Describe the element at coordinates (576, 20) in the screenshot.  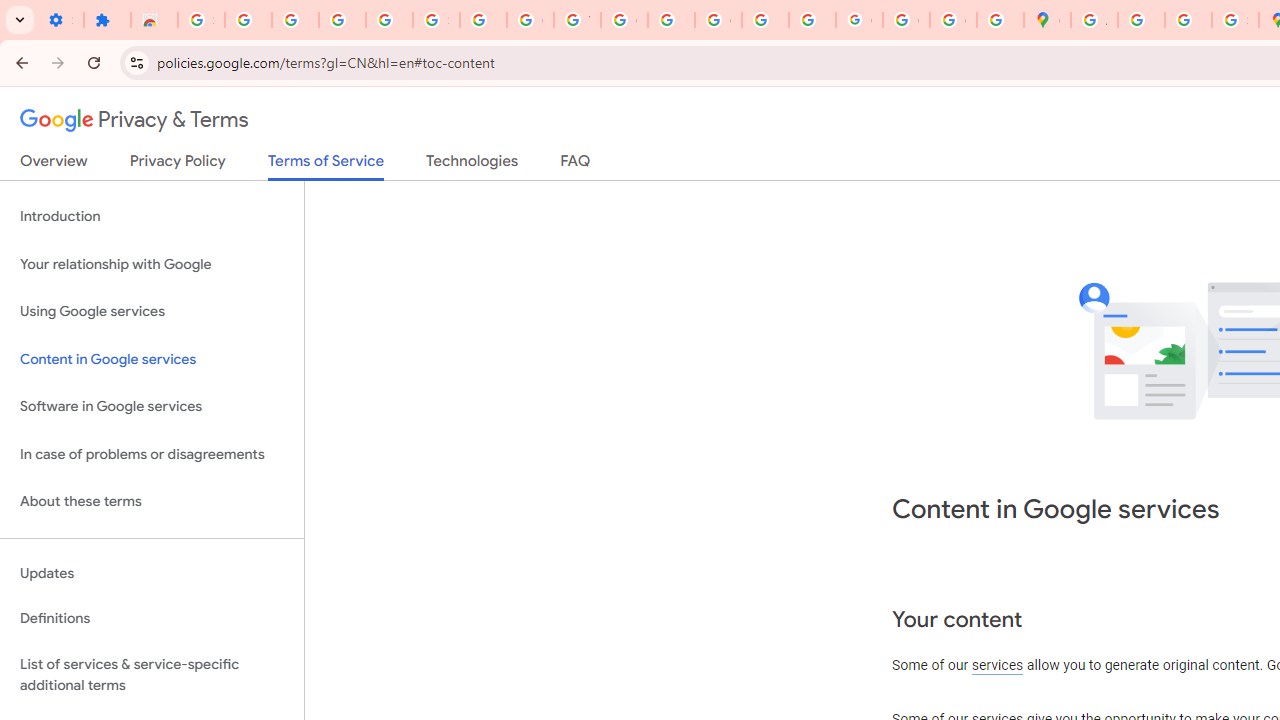
I see `'YouTube'` at that location.